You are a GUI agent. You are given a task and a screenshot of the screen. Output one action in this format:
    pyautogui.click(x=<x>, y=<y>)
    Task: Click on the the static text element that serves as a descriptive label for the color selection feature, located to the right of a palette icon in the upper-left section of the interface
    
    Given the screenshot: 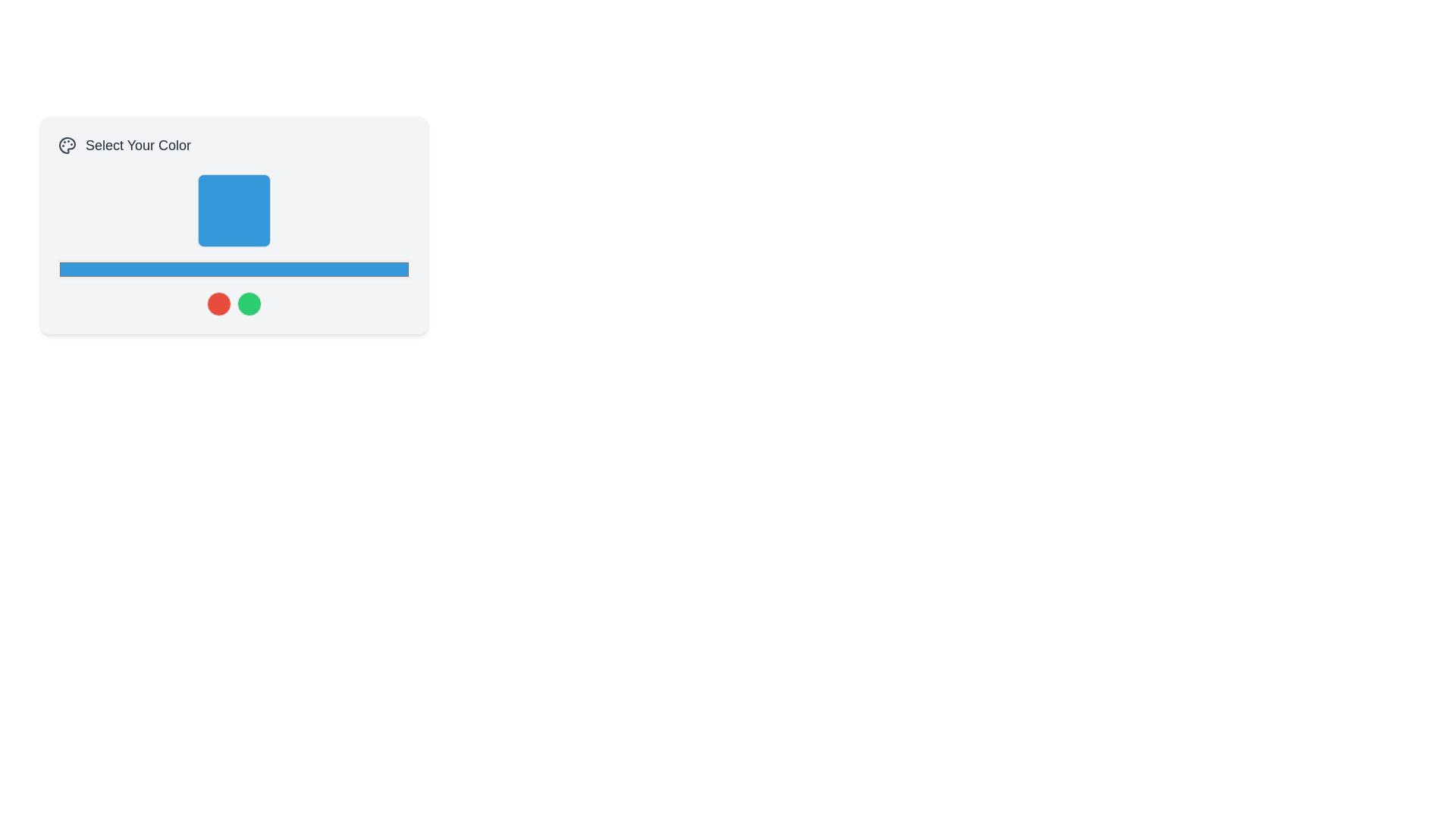 What is the action you would take?
    pyautogui.click(x=138, y=146)
    